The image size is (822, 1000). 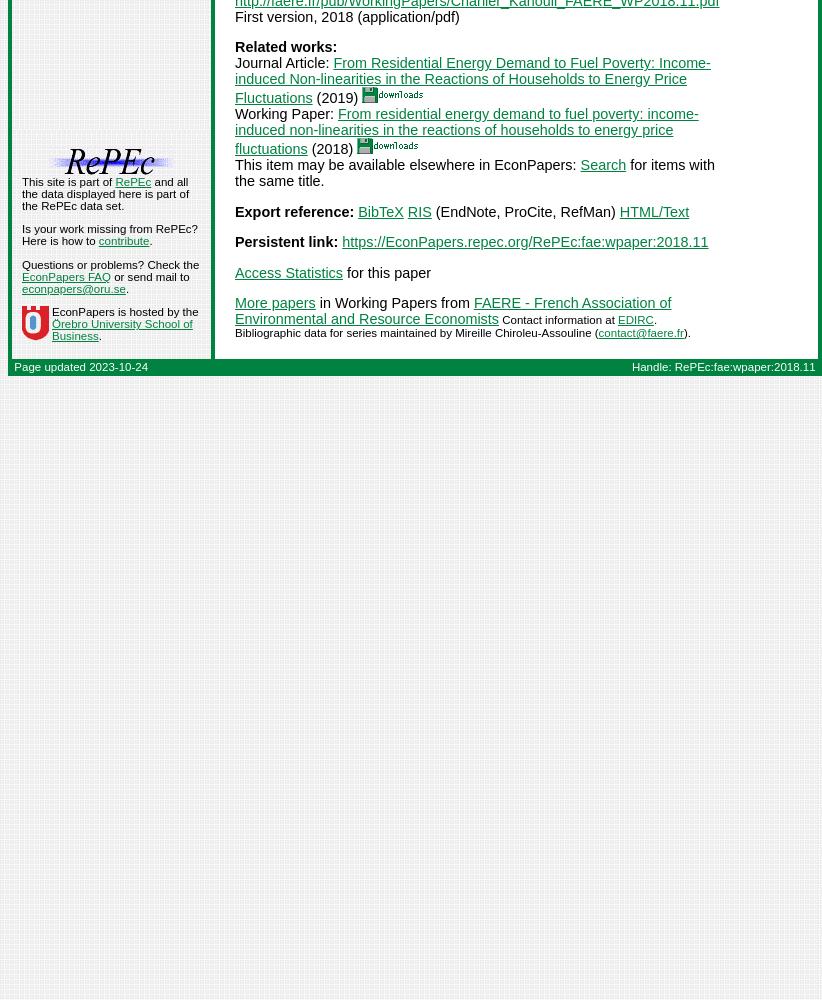 I want to click on 'RePEc', so click(x=132, y=181).